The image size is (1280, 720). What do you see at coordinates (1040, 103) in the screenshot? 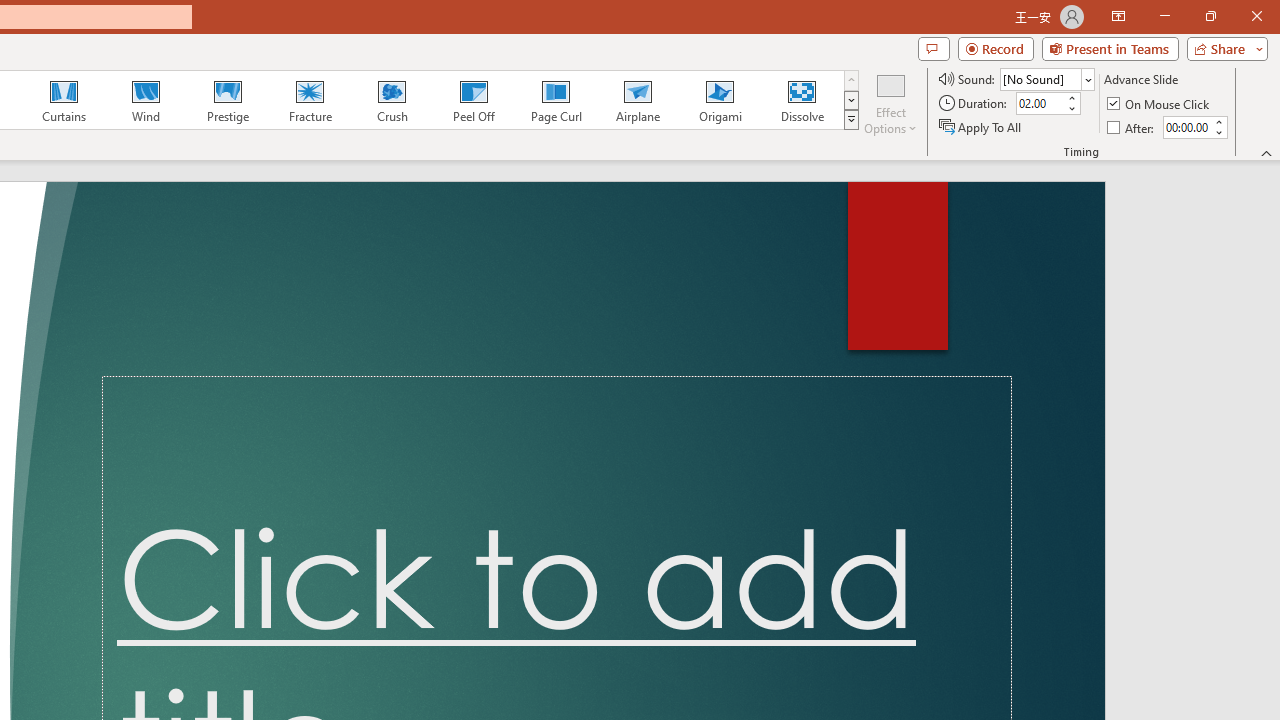
I see `'Duration'` at bounding box center [1040, 103].